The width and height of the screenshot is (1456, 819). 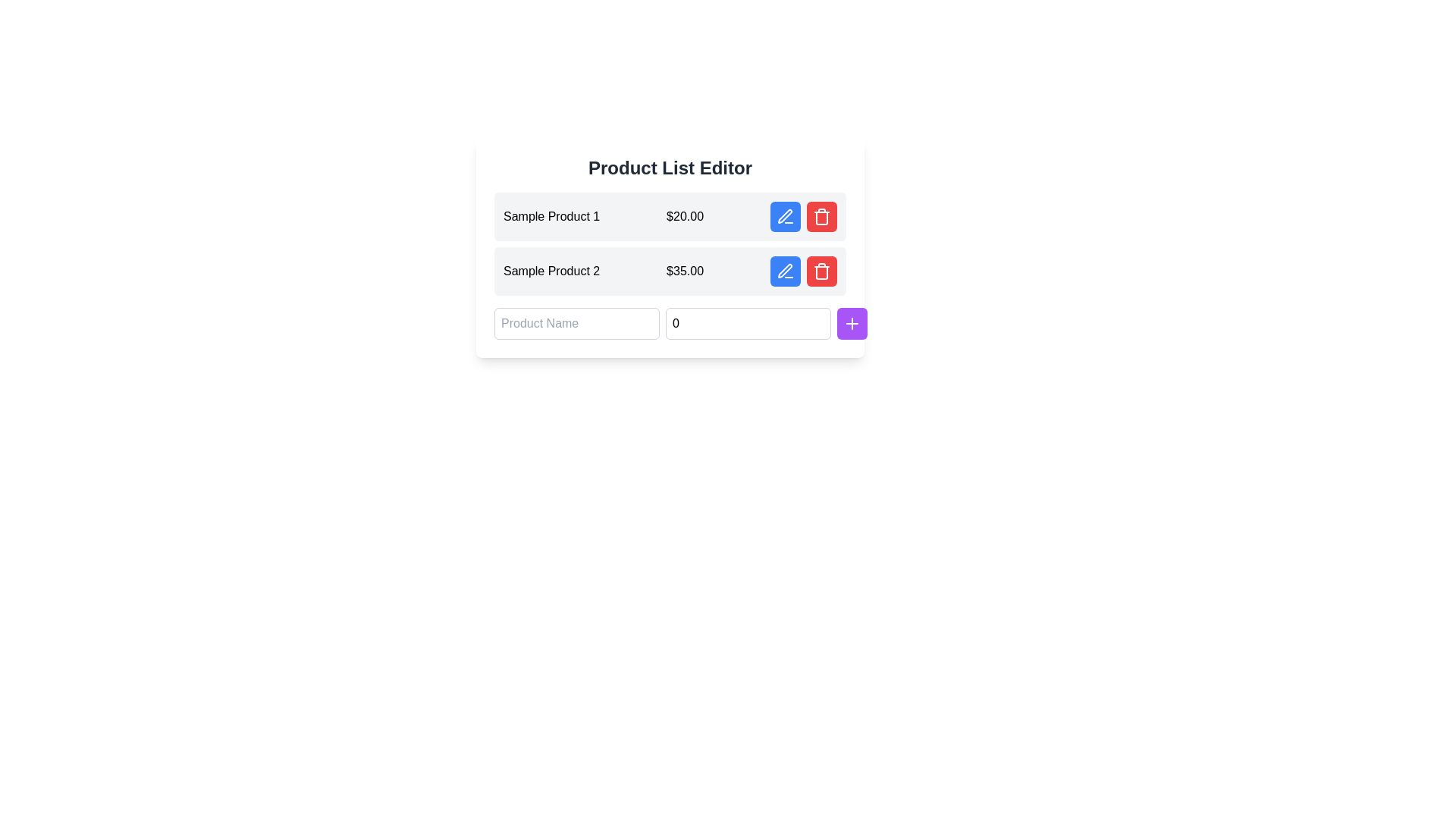 What do you see at coordinates (821, 271) in the screenshot?
I see `the central part of the trash can icon, which is part of the red-colored delete button to the right of the product listing entry` at bounding box center [821, 271].